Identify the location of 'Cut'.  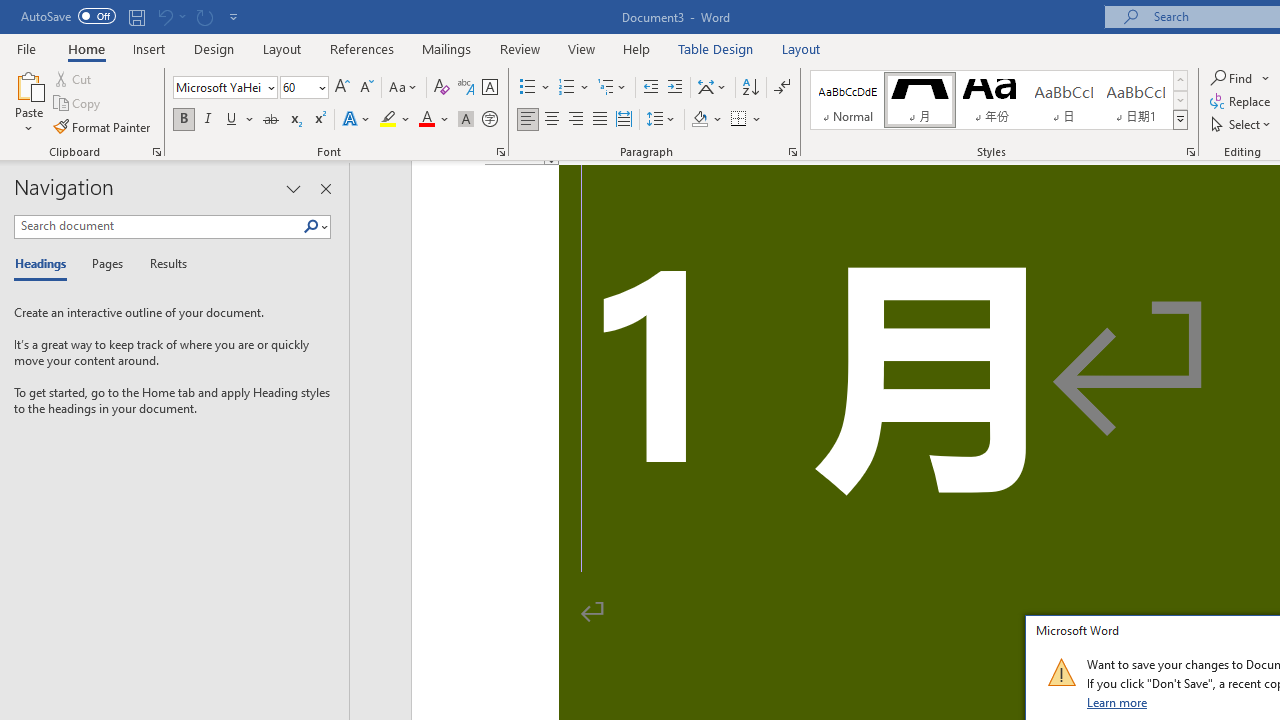
(74, 78).